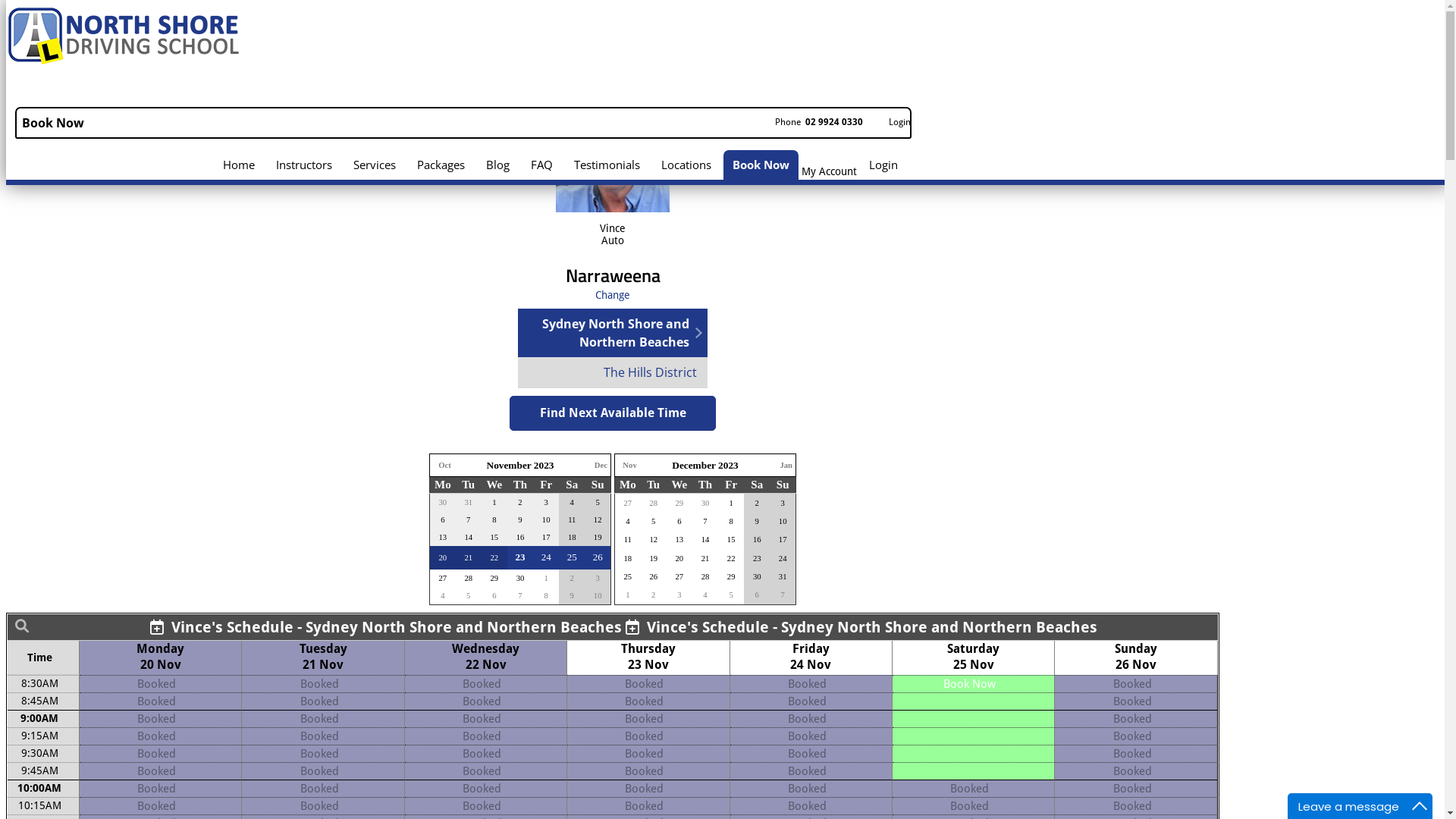 Image resolution: width=1456 pixels, height=819 pixels. I want to click on 'Blog', so click(497, 165).